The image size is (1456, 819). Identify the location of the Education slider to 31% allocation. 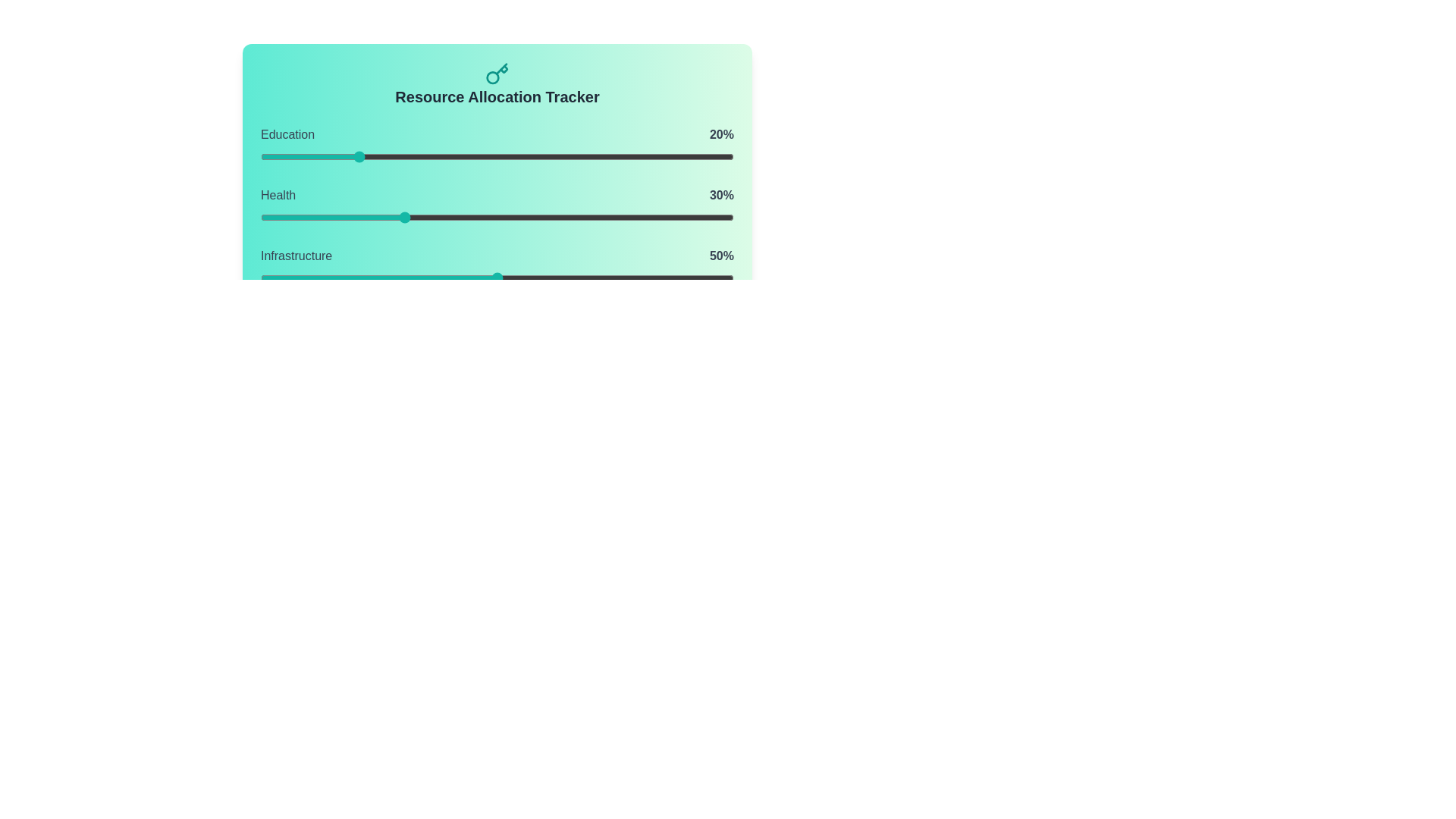
(407, 157).